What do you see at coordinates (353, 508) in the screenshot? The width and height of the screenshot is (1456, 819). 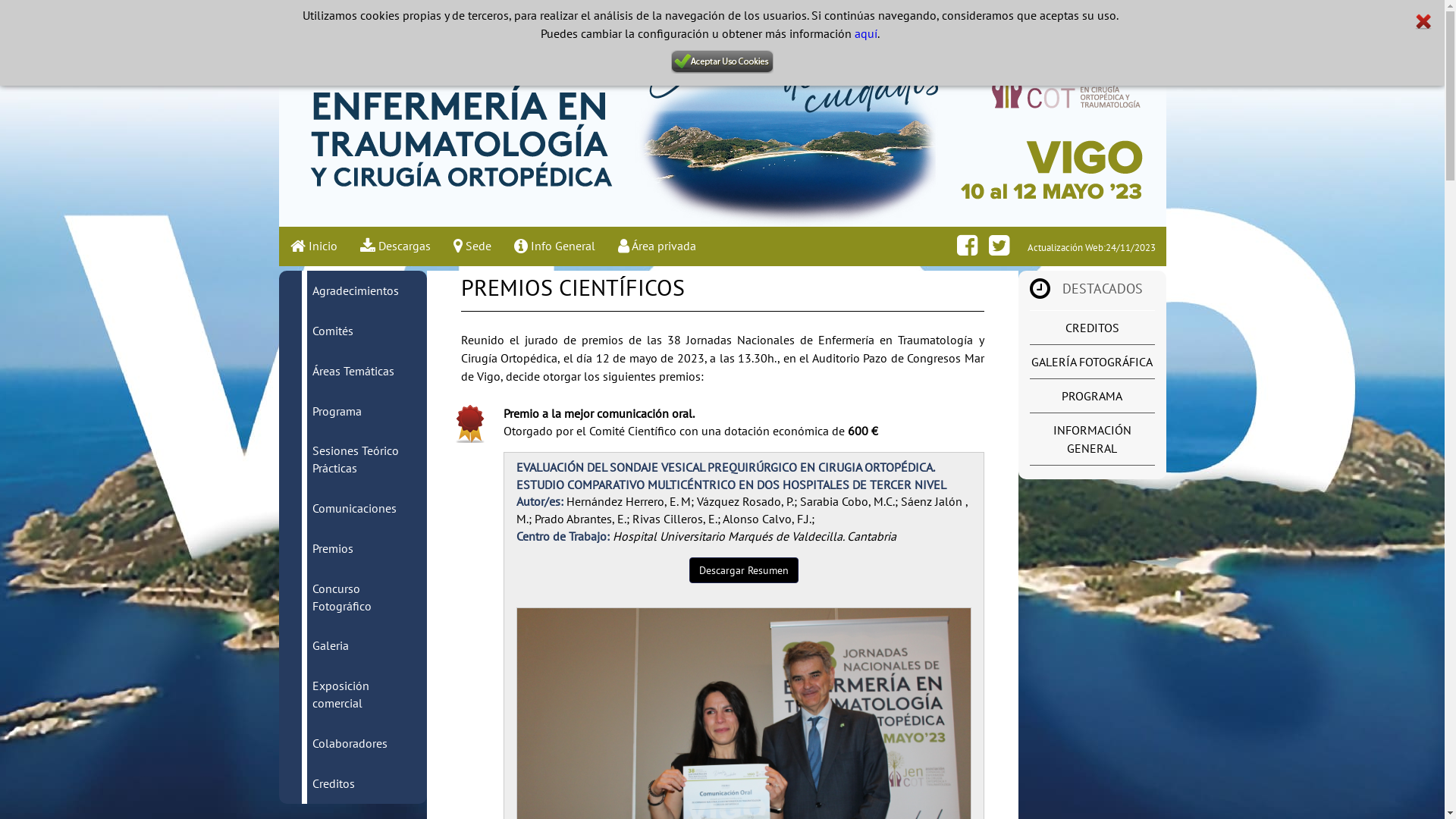 I see `'Comunicaciones'` at bounding box center [353, 508].